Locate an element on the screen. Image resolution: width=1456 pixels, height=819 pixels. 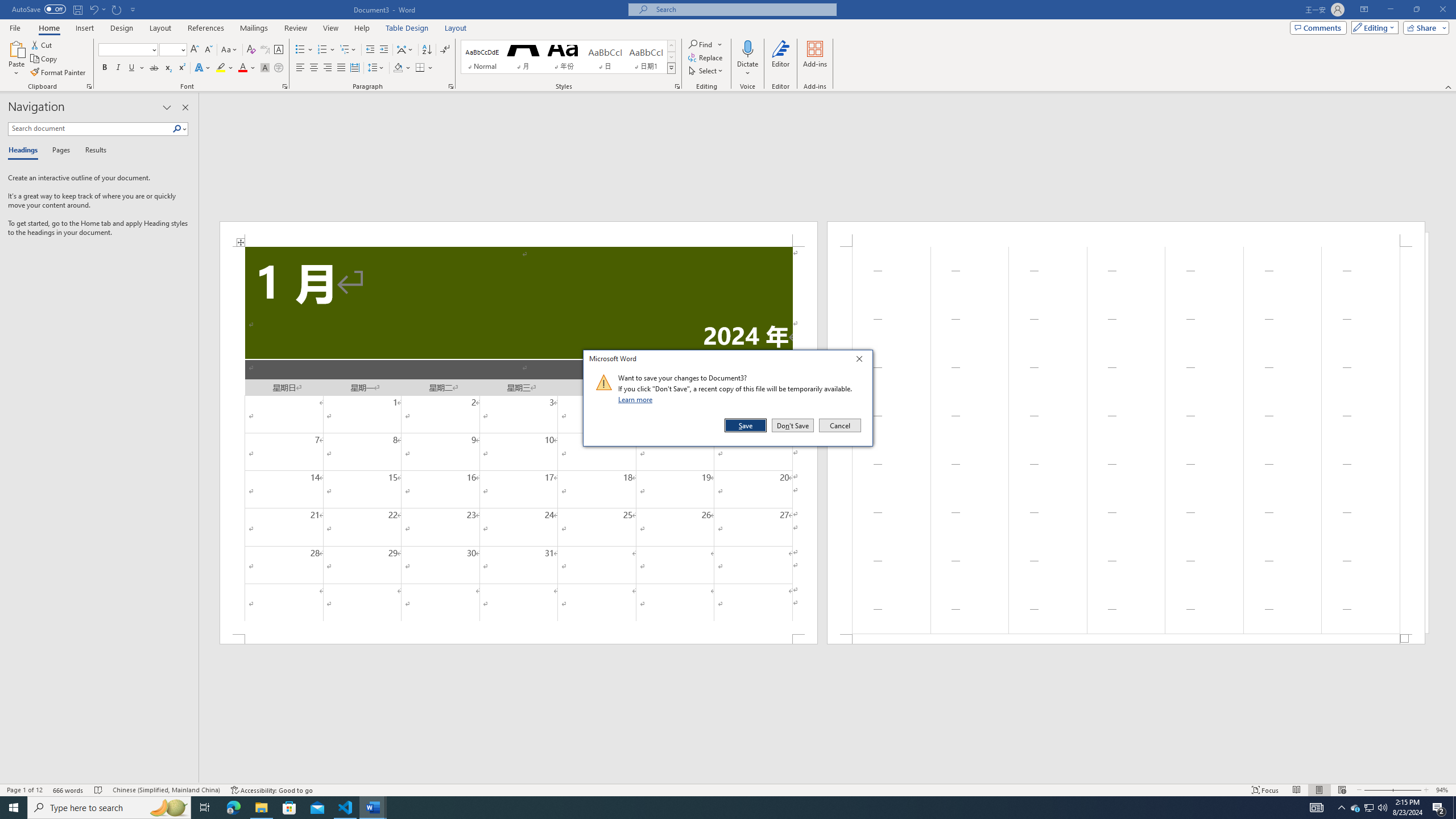
'Shrink Font' is located at coordinates (208, 49).